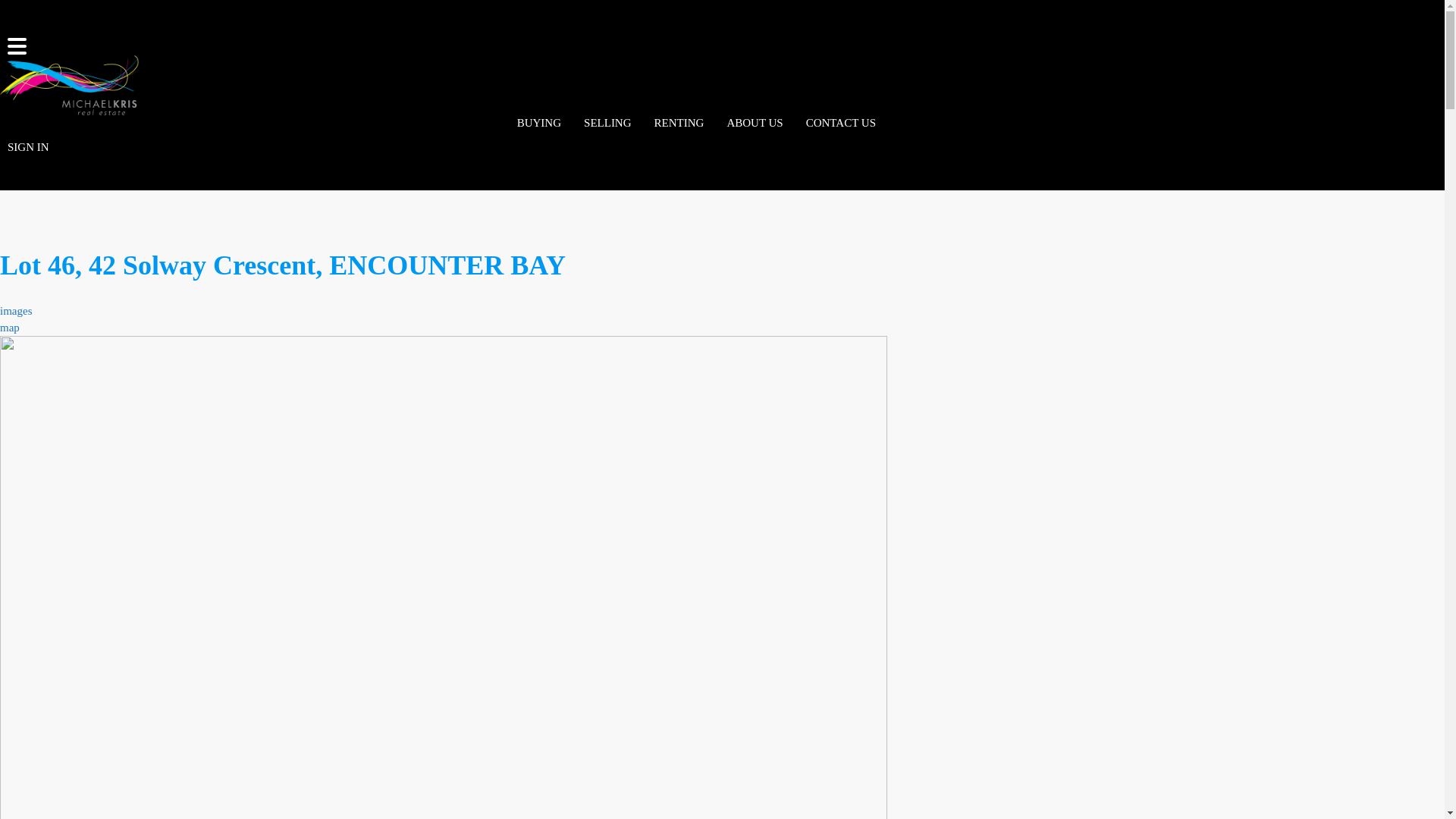 This screenshot has height=819, width=1456. Describe the element at coordinates (754, 122) in the screenshot. I see `'ABOUT US'` at that location.